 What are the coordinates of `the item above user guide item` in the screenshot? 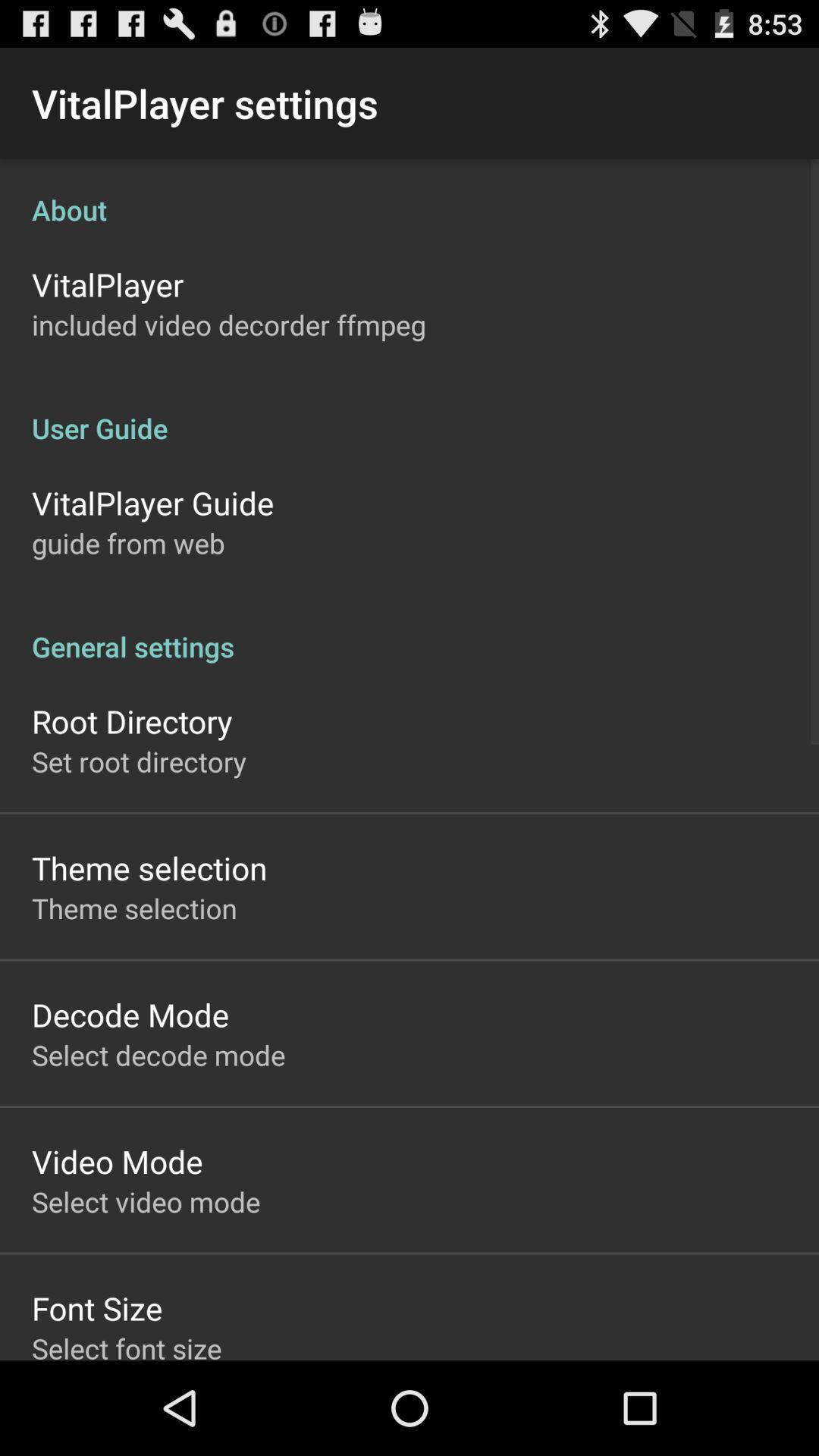 It's located at (228, 324).